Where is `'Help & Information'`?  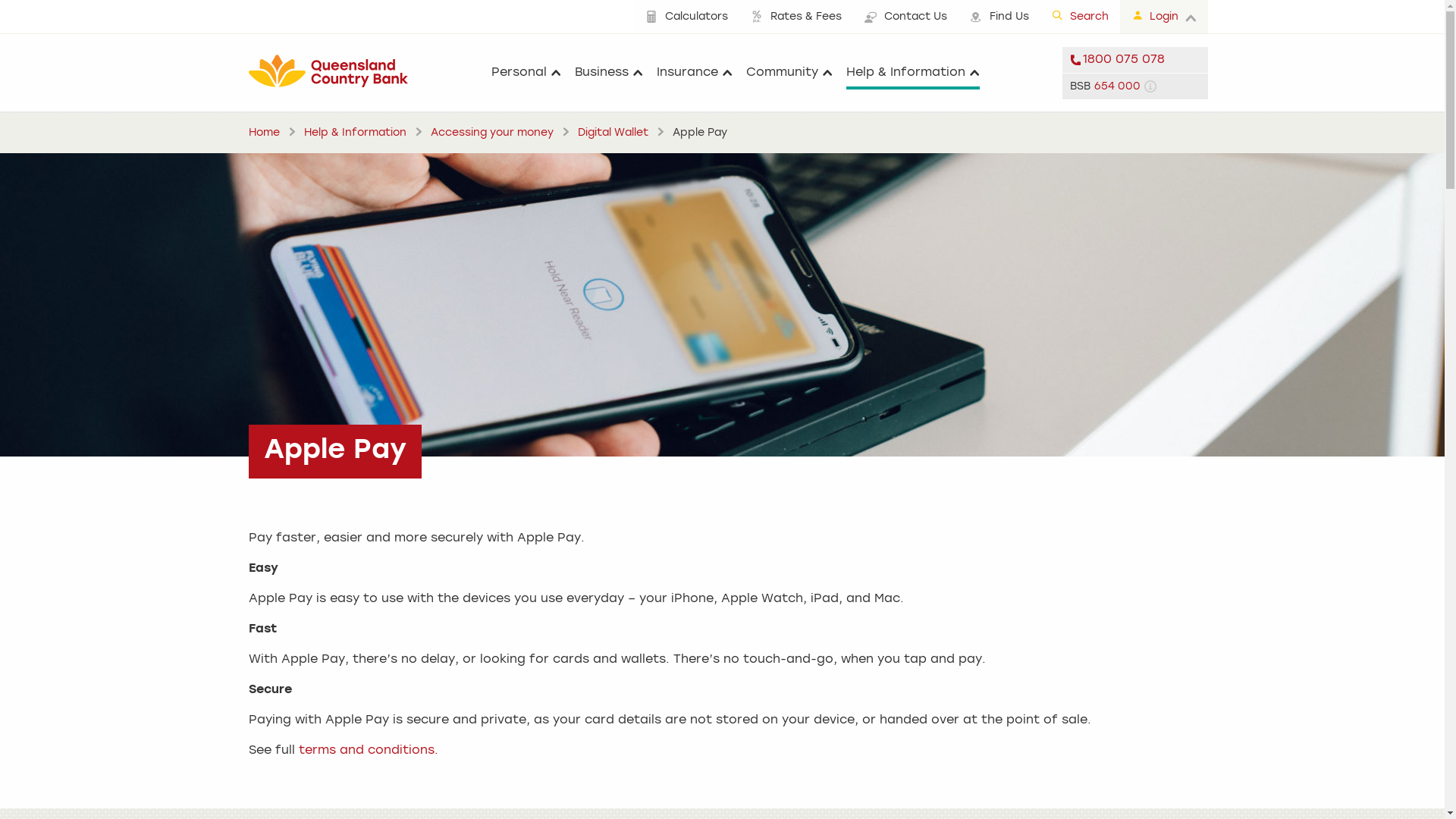 'Help & Information' is located at coordinates (912, 73).